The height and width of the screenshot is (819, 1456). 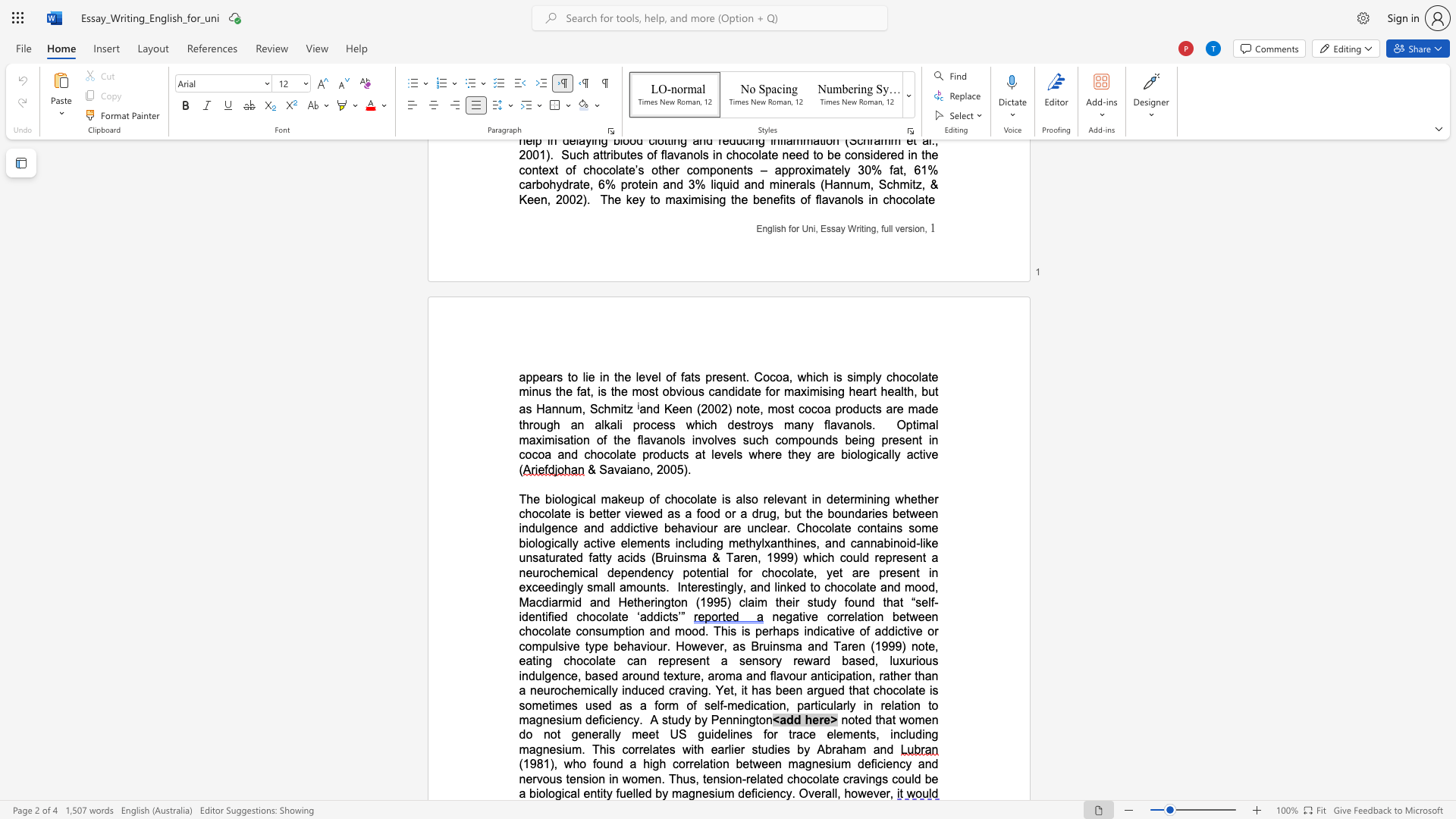 I want to click on the space between the continuous character "n" and "g" in the text, so click(x=883, y=499).